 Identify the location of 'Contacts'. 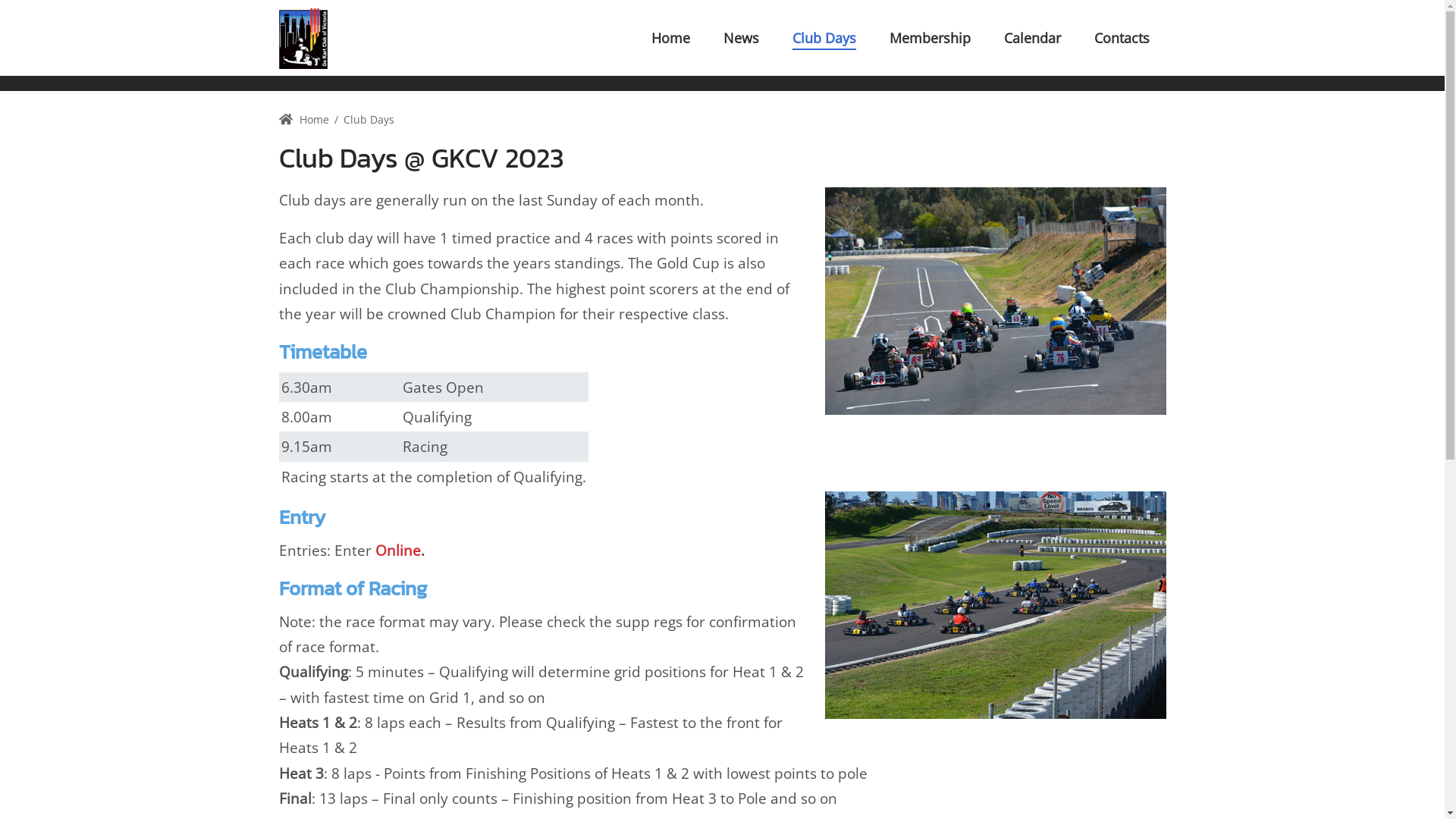
(1121, 37).